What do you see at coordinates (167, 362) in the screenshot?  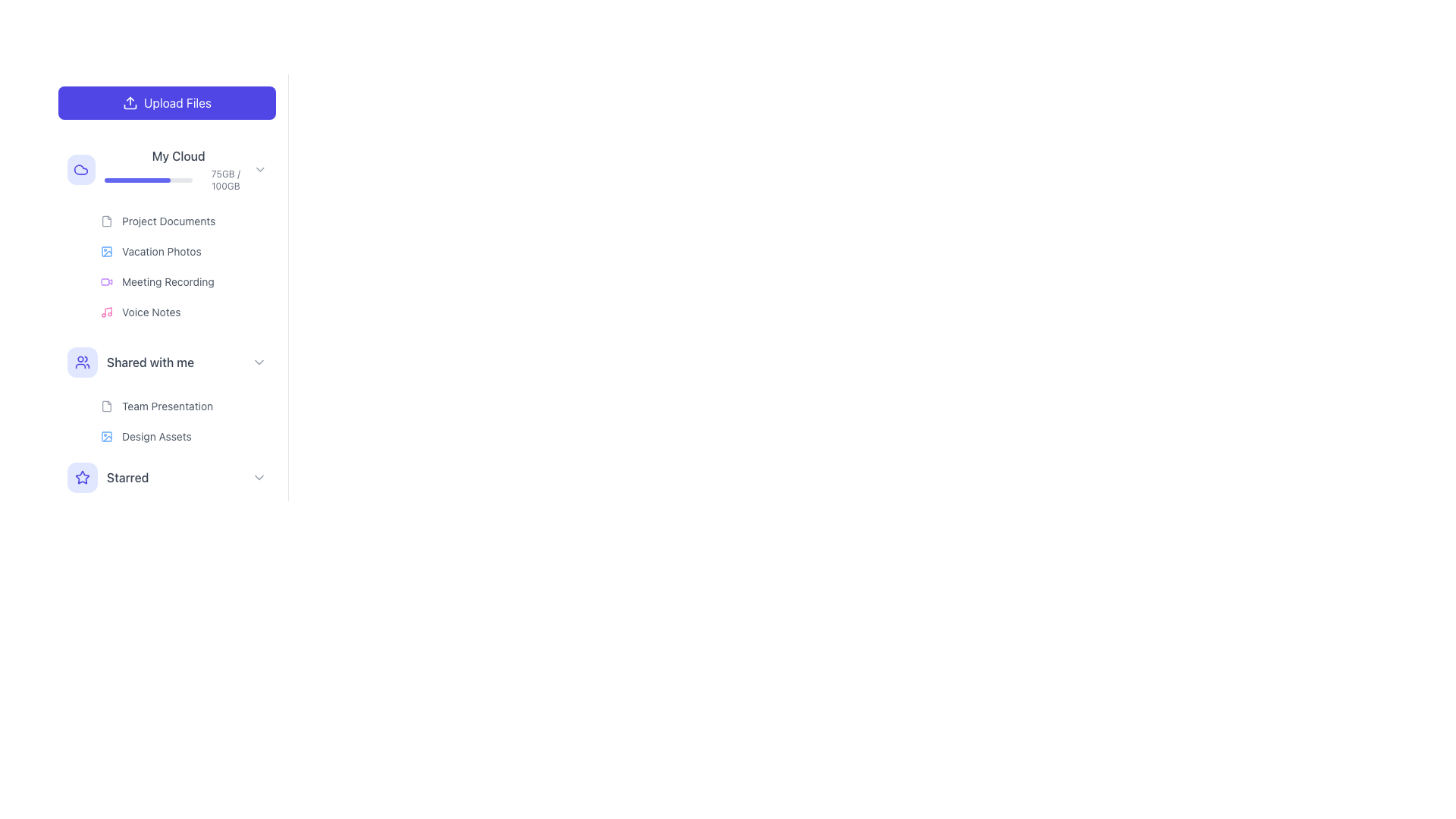 I see `the 'Shared with me' button in the vertical navigation menu on the left side of the interface` at bounding box center [167, 362].